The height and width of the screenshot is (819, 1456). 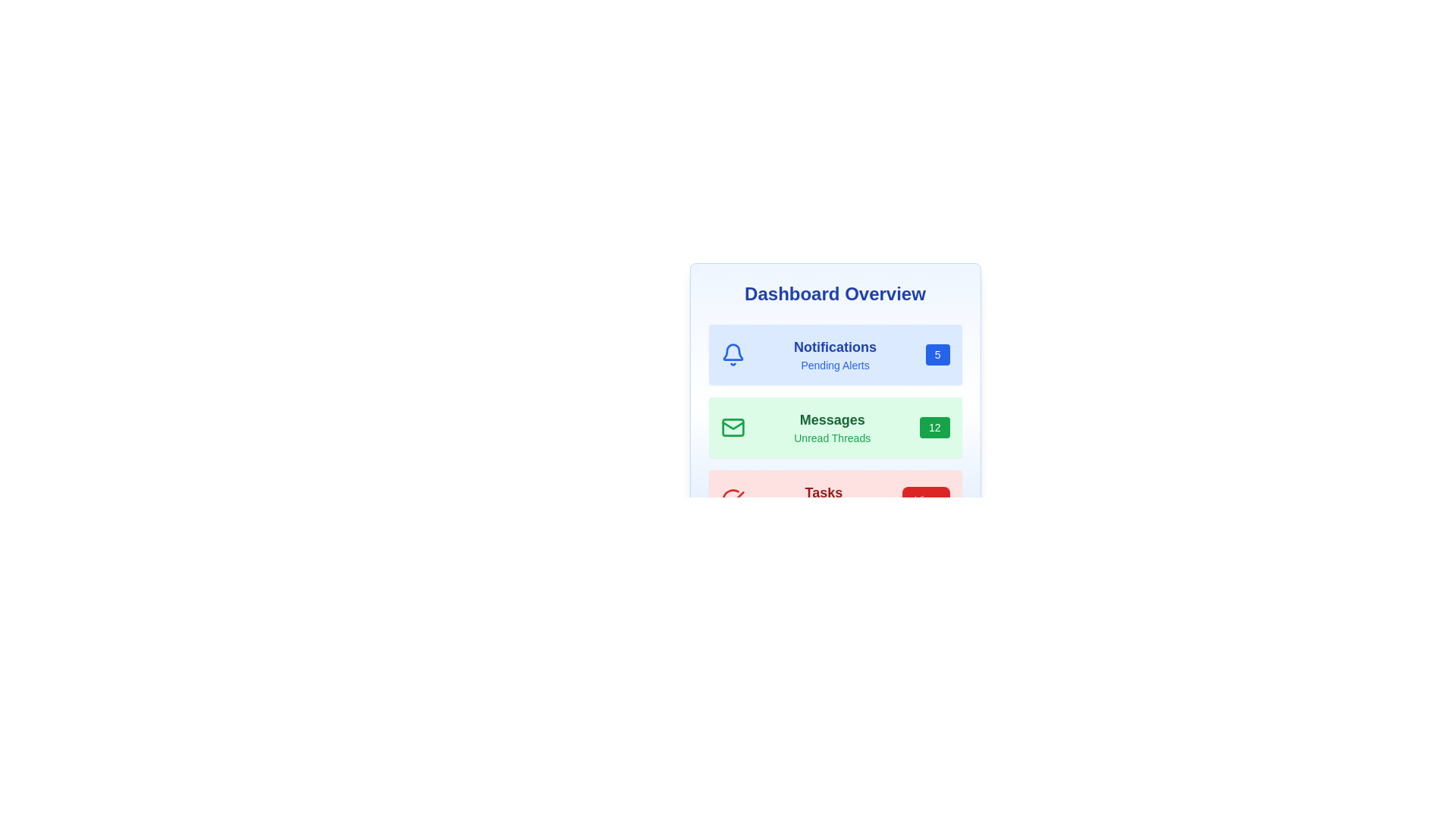 What do you see at coordinates (733, 425) in the screenshot?
I see `the triangular flap of the envelope icon located in the 'Messages' section of the dashboard, which has a green background and is styled in a minimalist line-drawing style` at bounding box center [733, 425].